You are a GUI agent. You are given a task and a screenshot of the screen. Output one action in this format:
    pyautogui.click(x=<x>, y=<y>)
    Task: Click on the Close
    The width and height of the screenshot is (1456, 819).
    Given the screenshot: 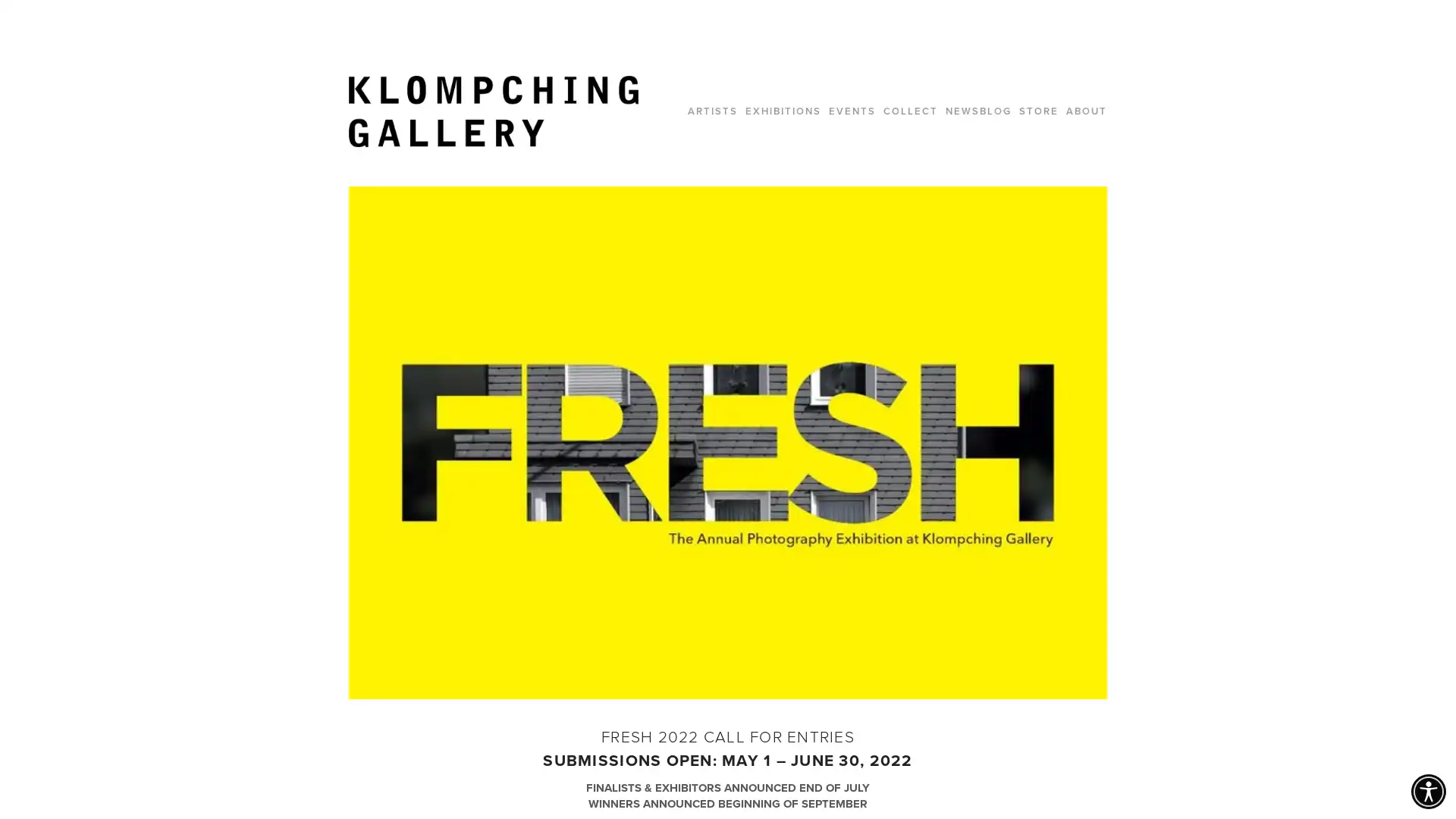 What is the action you would take?
    pyautogui.click(x=995, y=234)
    